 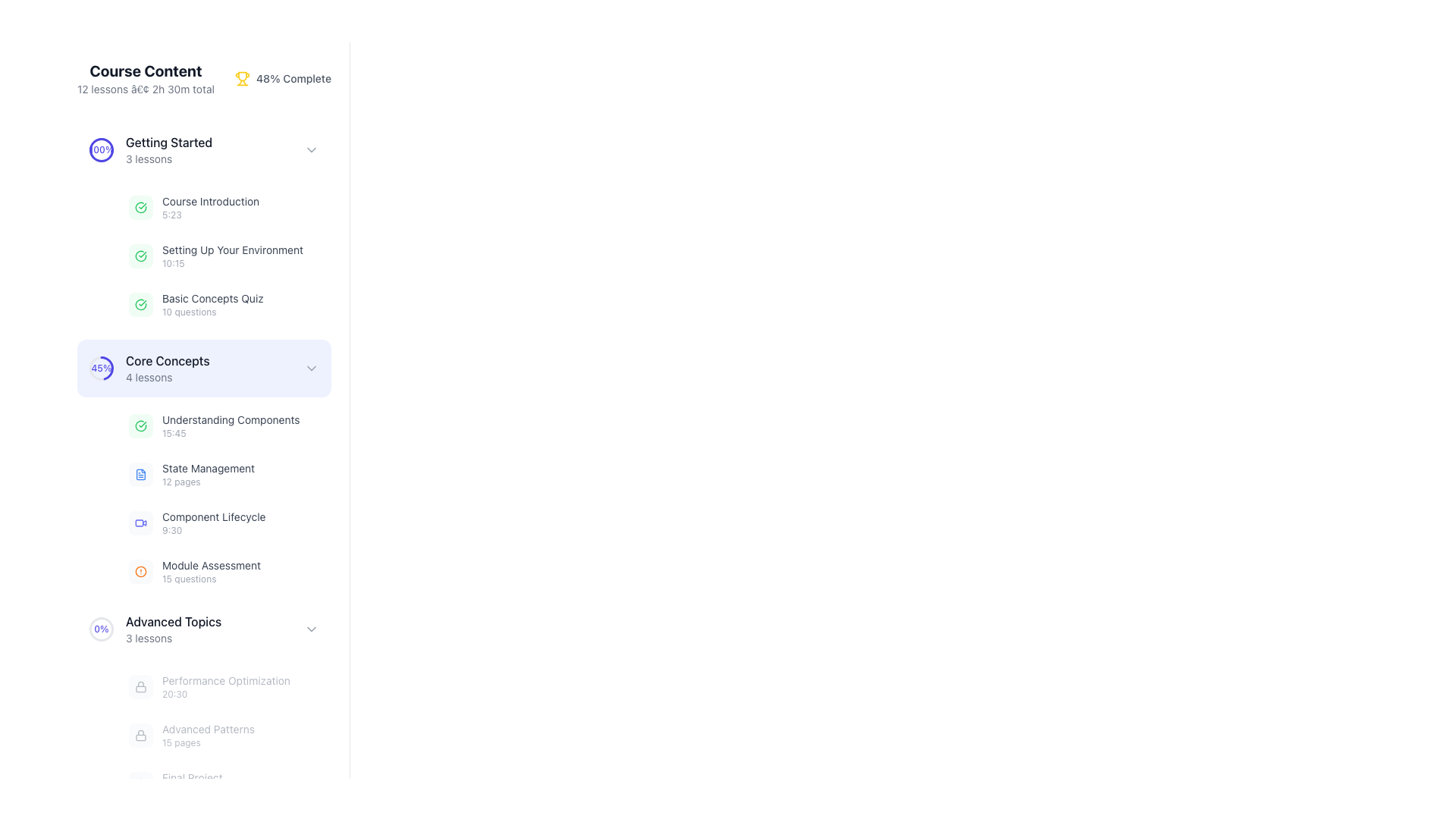 What do you see at coordinates (224, 783) in the screenshot?
I see `the clickable list item representing the 'Final Project' lesson entry in the Advanced Topics section` at bounding box center [224, 783].